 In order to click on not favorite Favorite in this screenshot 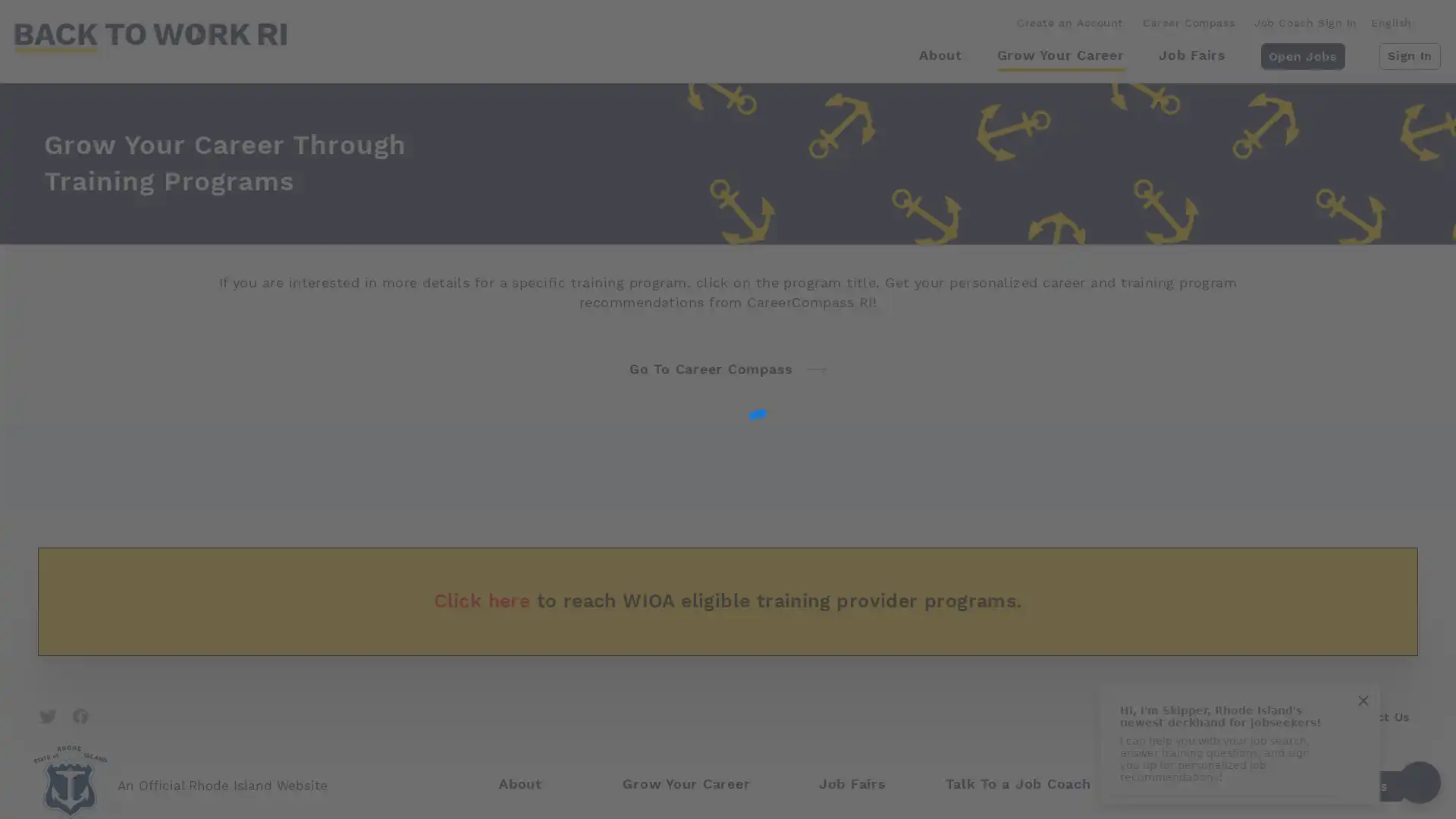, I will do `click(1349, 598)`.